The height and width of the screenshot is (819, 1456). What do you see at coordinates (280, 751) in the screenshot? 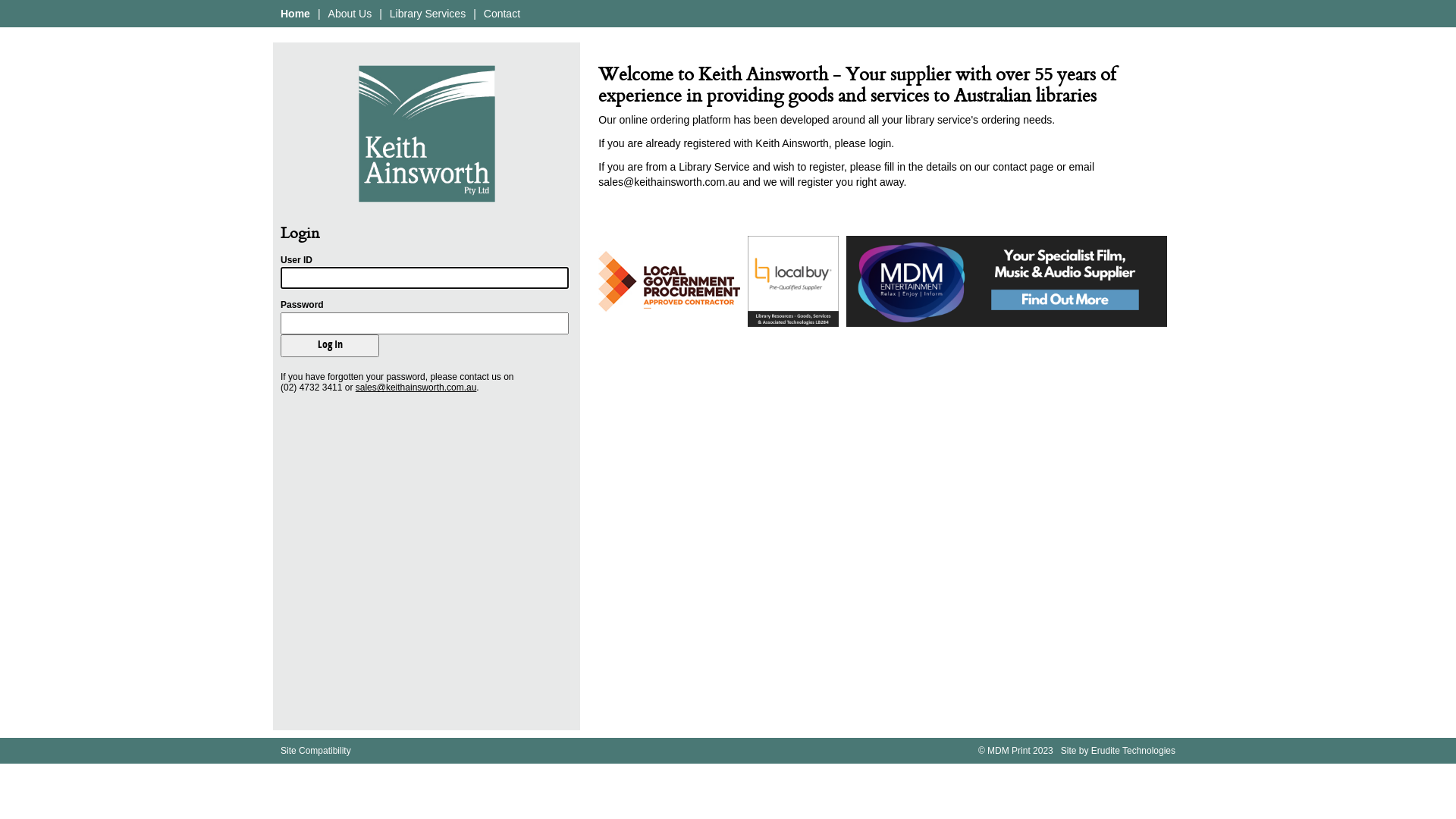
I see `'Site Compatibility'` at bounding box center [280, 751].